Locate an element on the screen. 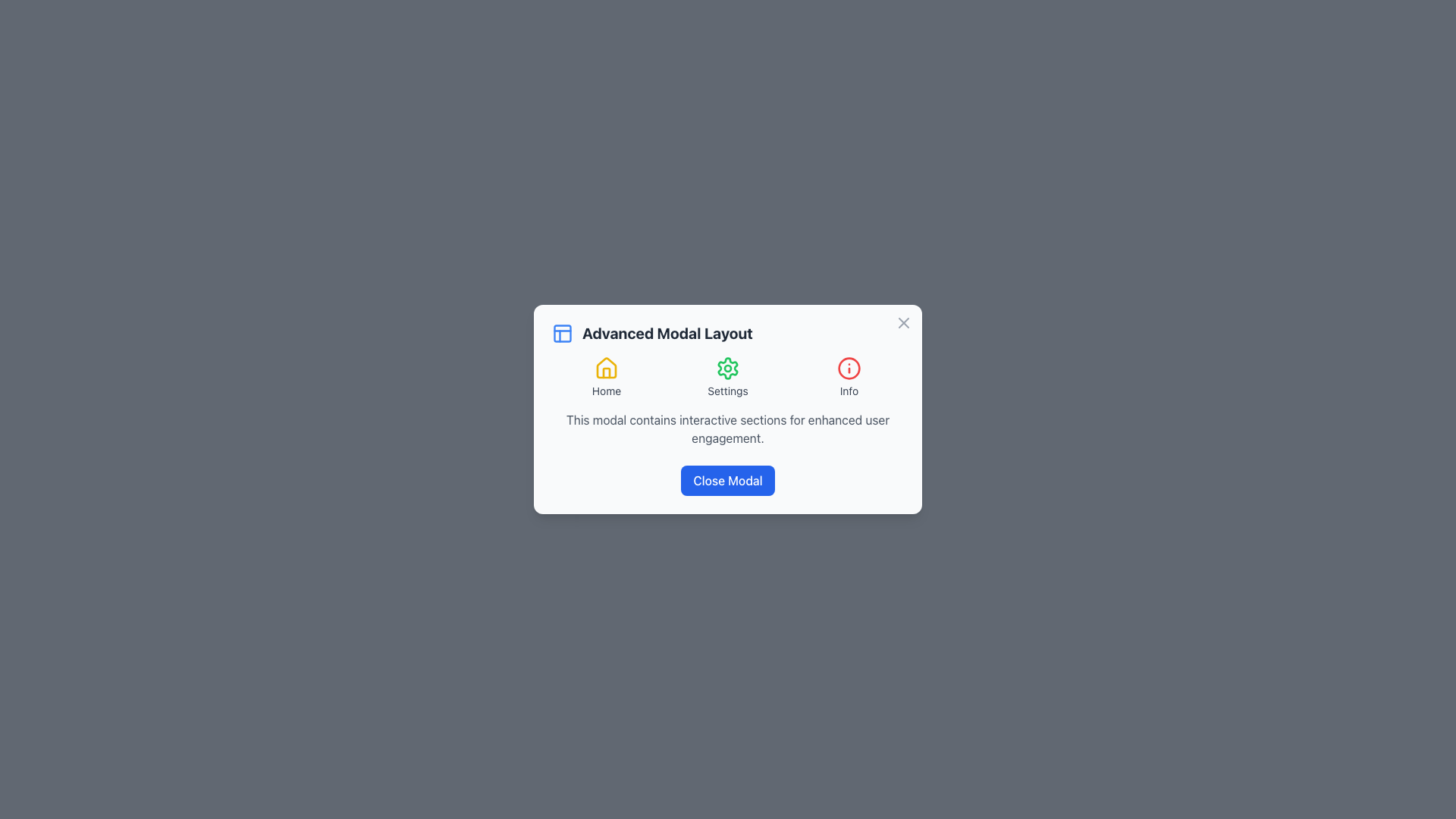 The height and width of the screenshot is (819, 1456). the 'Home', 'Settings', or 'Info' sections of the modal window titled 'Advanced Modal Layout', which is visually centered and highlighted against a darker background is located at coordinates (728, 409).